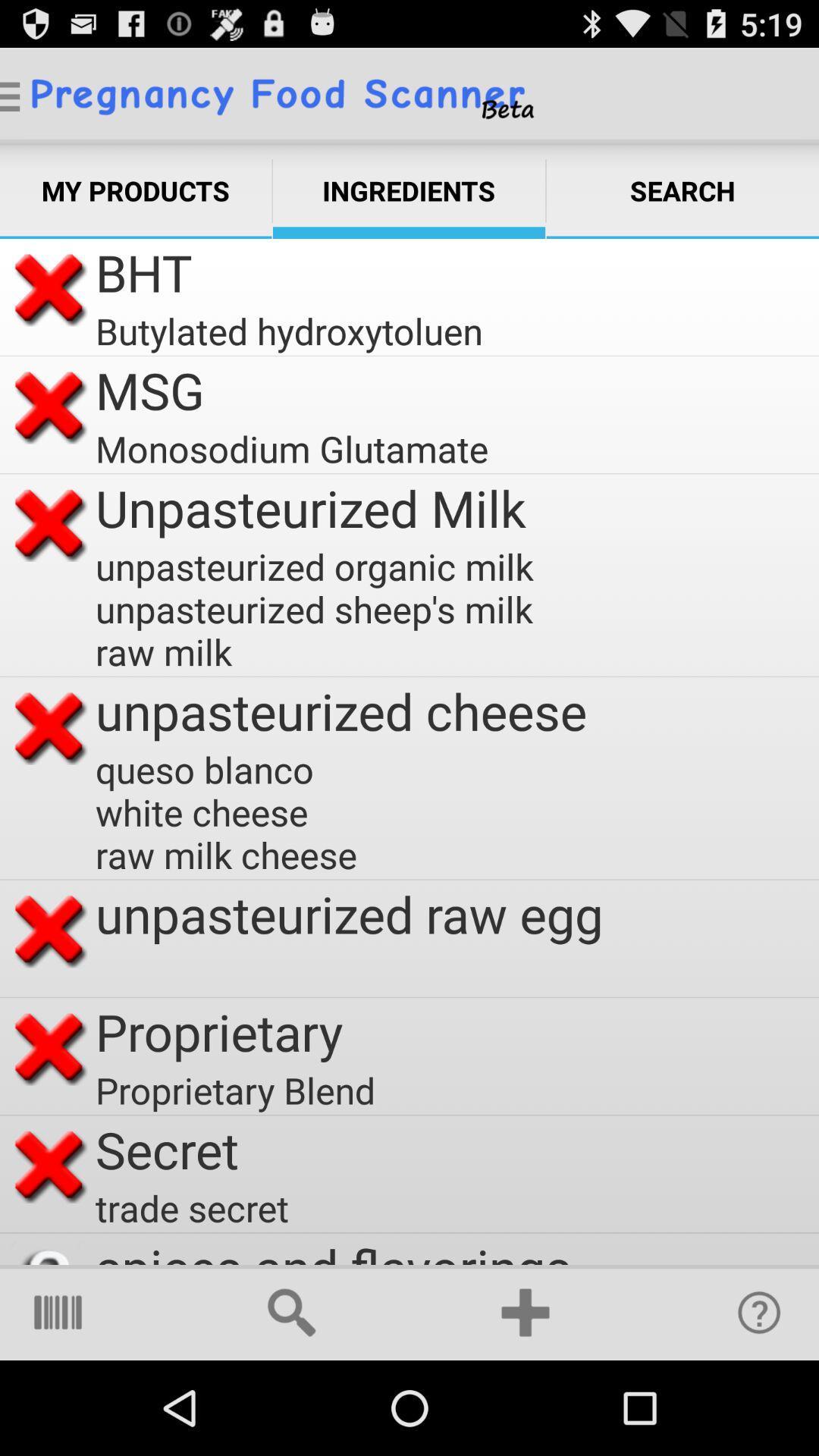 This screenshot has height=1456, width=819. What do you see at coordinates (289, 330) in the screenshot?
I see `butylated hydroxytoluen app` at bounding box center [289, 330].